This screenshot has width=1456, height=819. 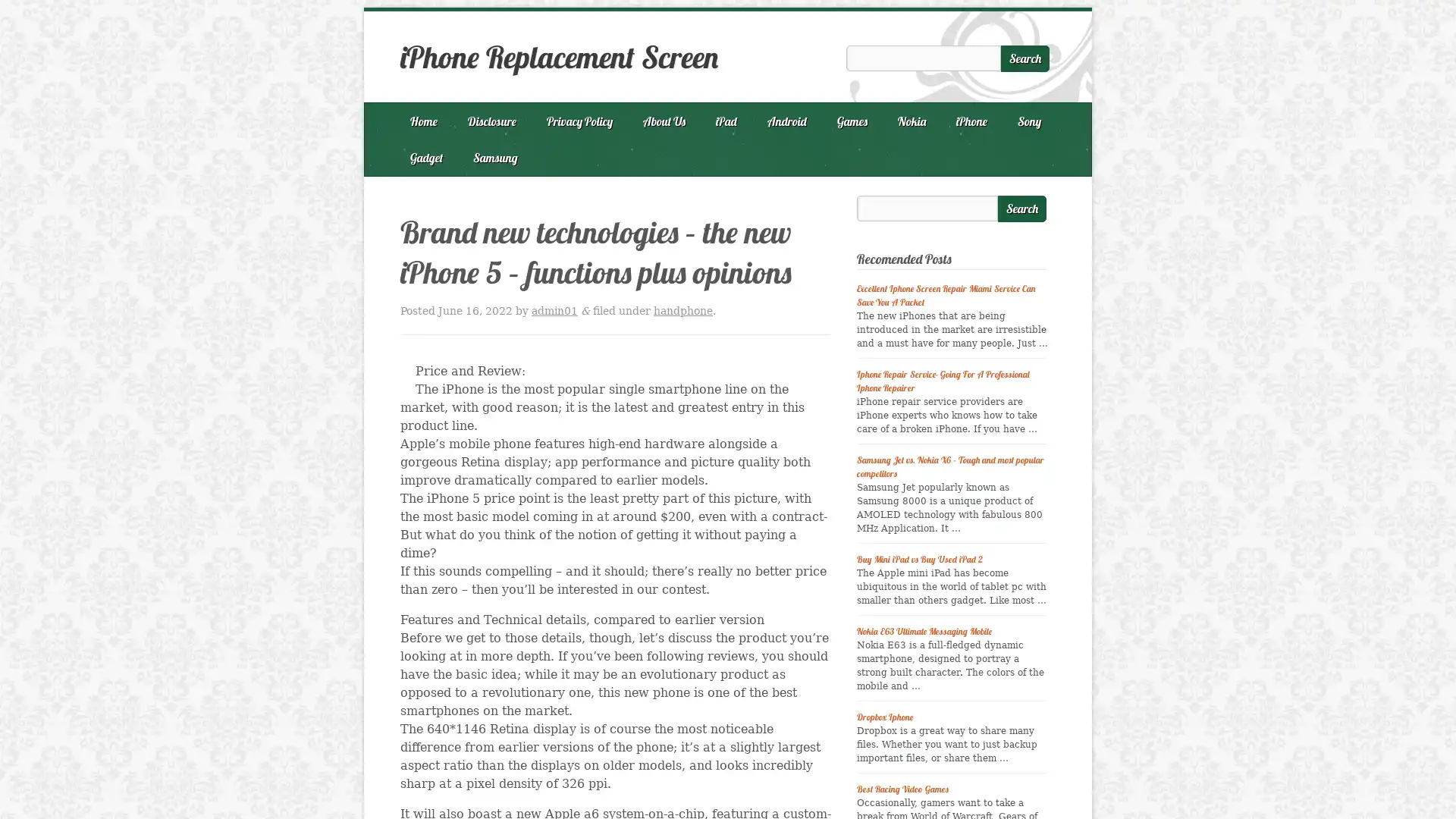 I want to click on Search, so click(x=1022, y=209).